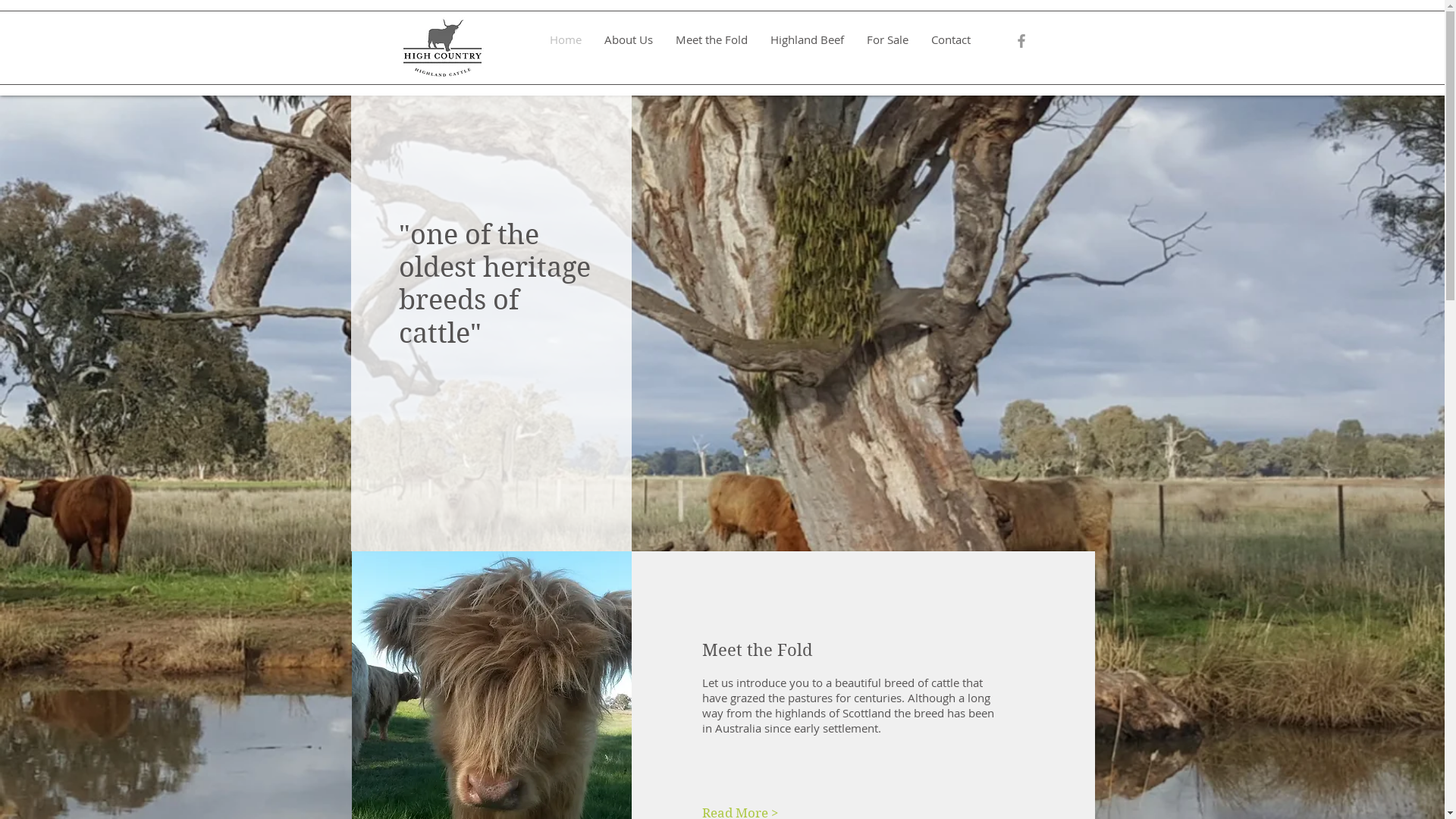 The width and height of the screenshot is (1456, 819). I want to click on 'About Us', so click(629, 38).